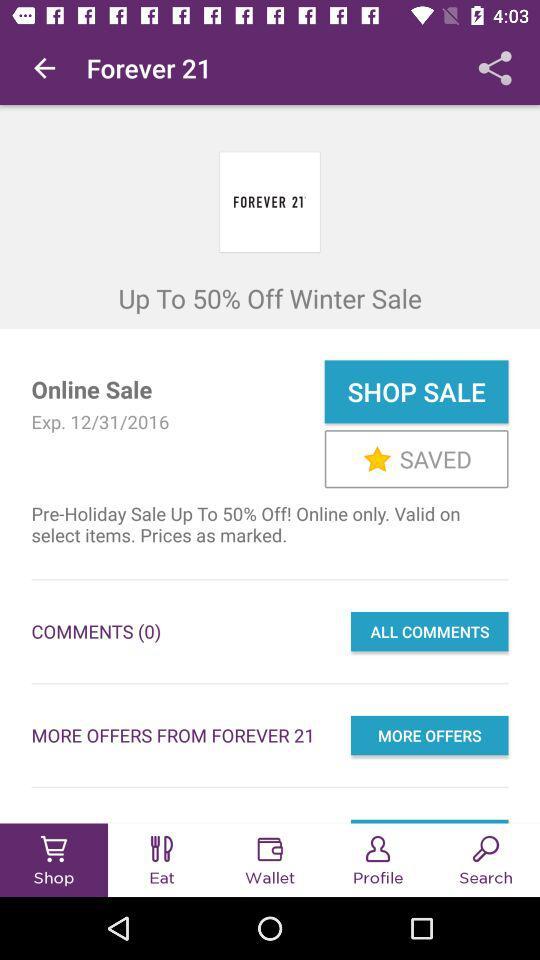 The width and height of the screenshot is (540, 960). Describe the element at coordinates (415, 390) in the screenshot. I see `the item below the up to 50 icon` at that location.